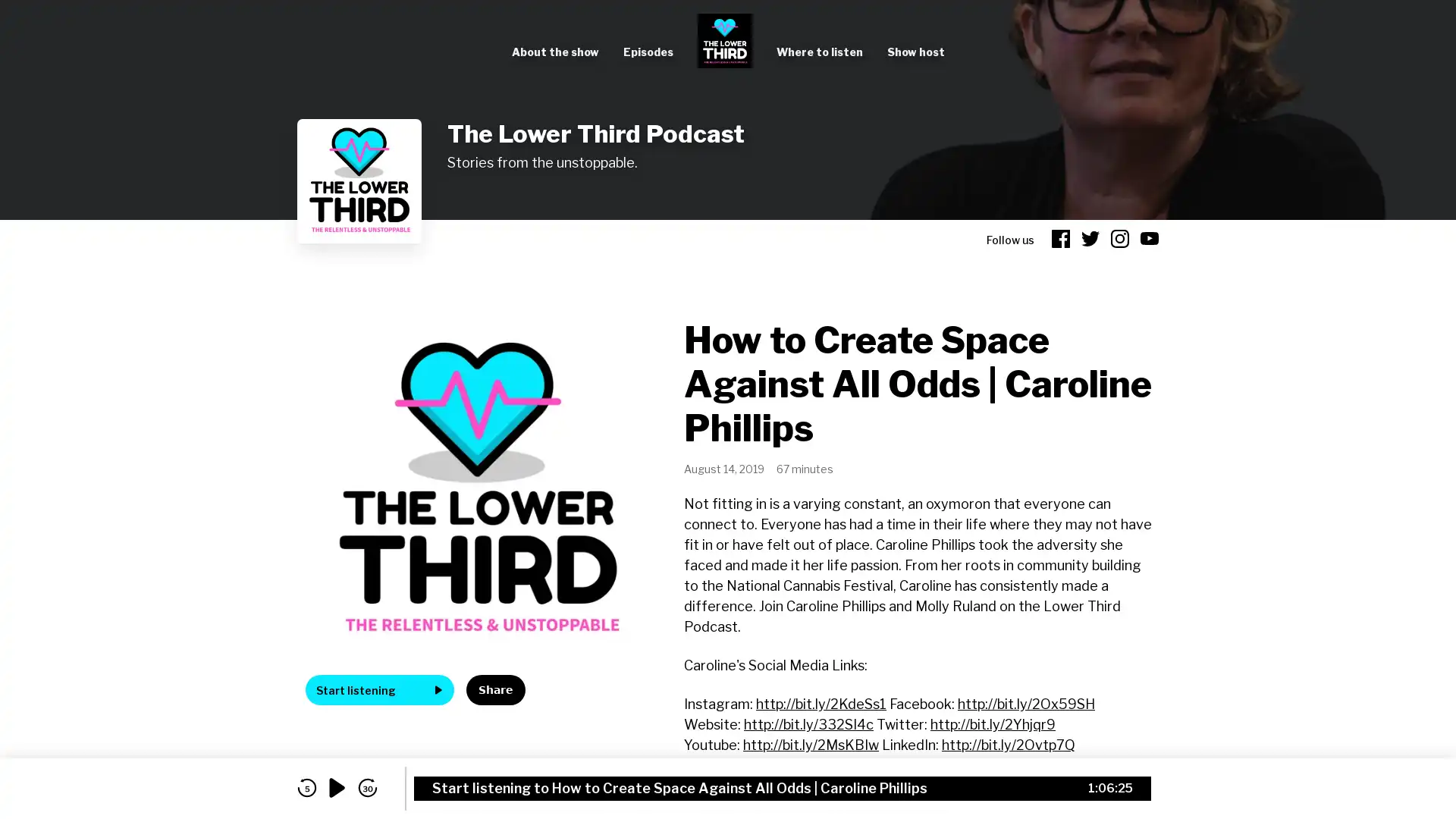  What do you see at coordinates (367, 787) in the screenshot?
I see `skip forward 30 seconds` at bounding box center [367, 787].